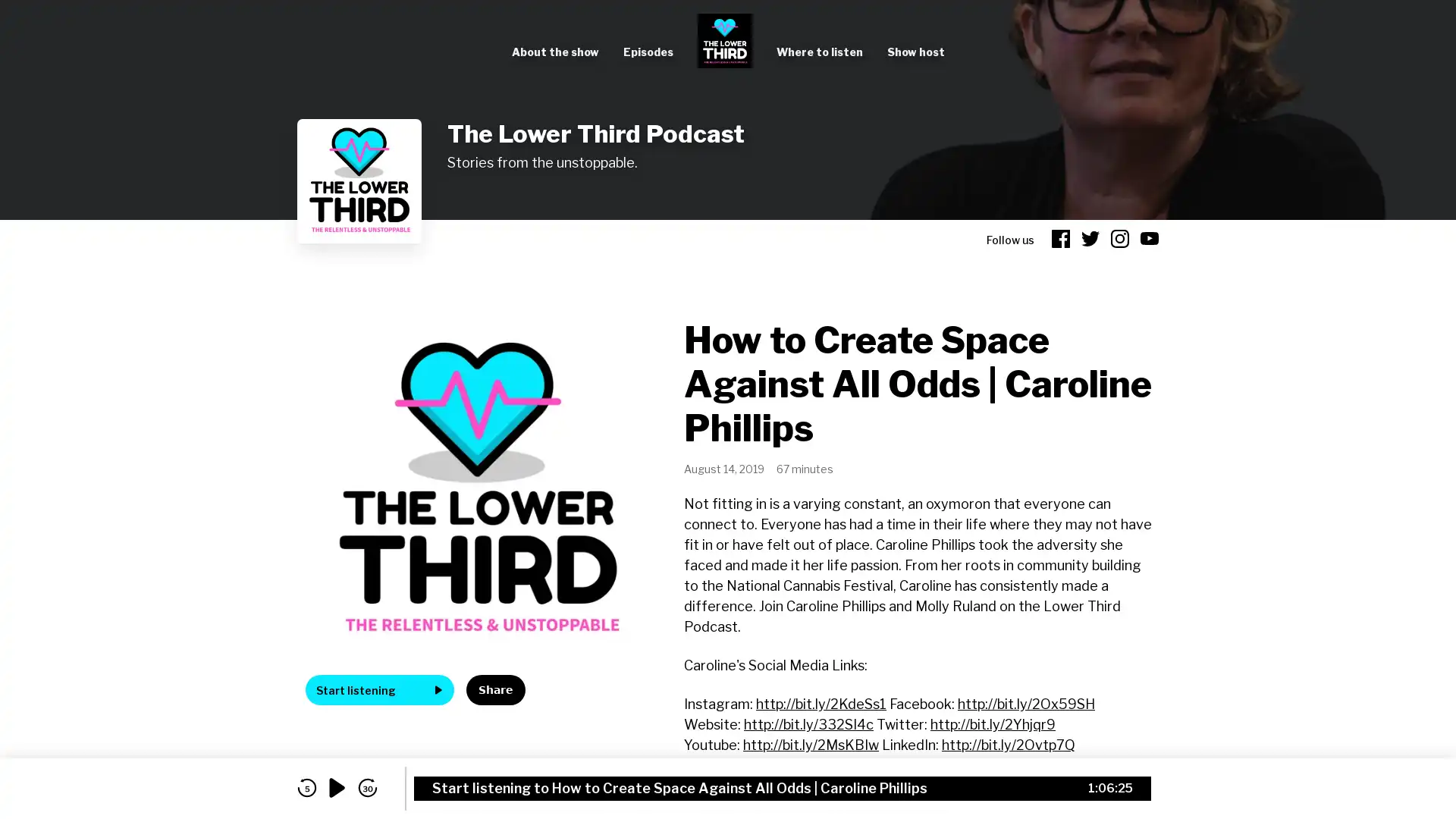  What do you see at coordinates (367, 787) in the screenshot?
I see `skip forward 30 seconds` at bounding box center [367, 787].